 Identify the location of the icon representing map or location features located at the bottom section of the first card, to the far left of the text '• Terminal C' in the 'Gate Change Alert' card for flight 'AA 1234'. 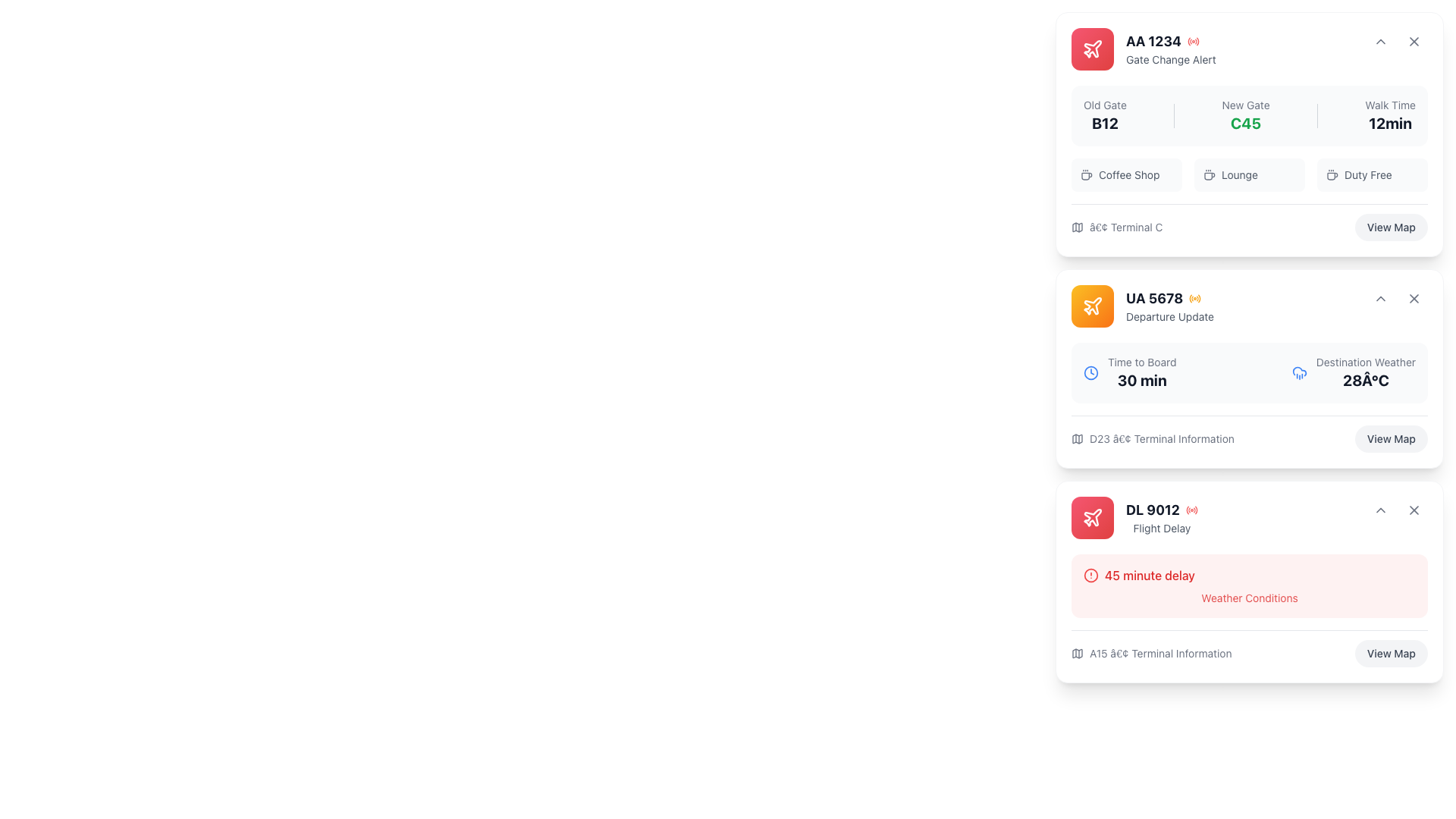
(1076, 227).